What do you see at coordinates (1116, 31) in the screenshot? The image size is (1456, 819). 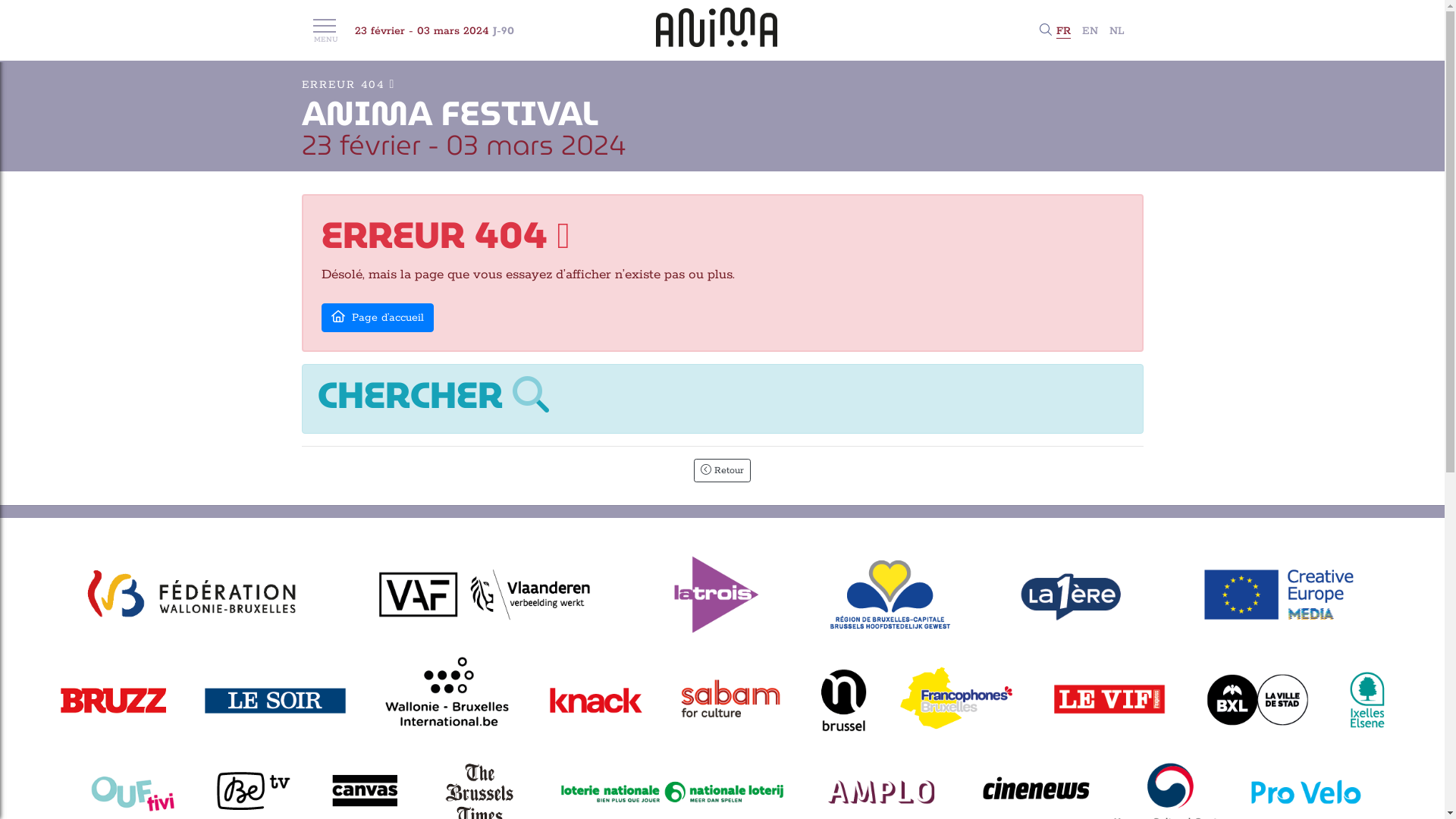 I see `'NL'` at bounding box center [1116, 31].